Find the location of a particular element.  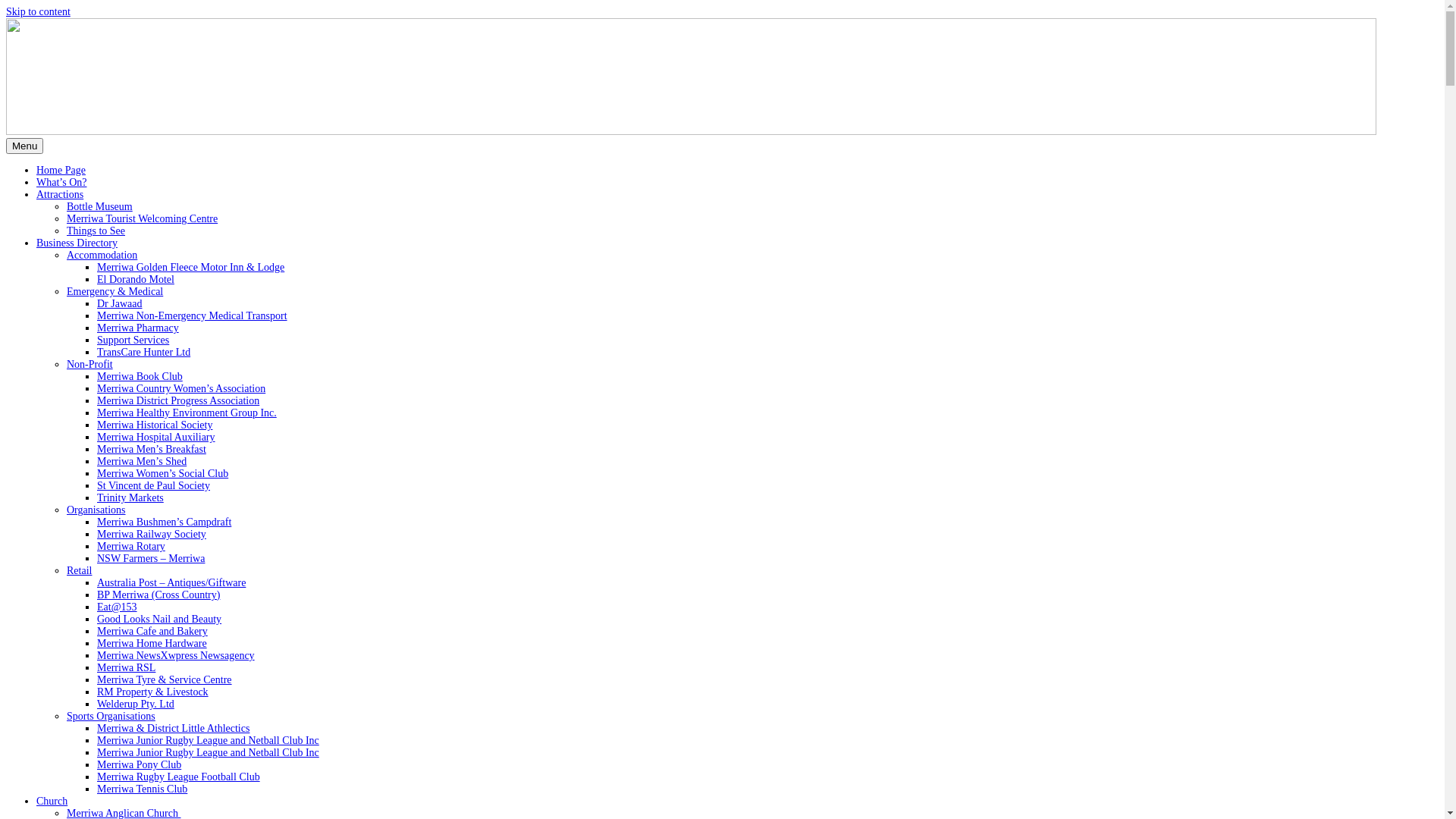

'BP Merriwa (Cross Country)' is located at coordinates (96, 594).